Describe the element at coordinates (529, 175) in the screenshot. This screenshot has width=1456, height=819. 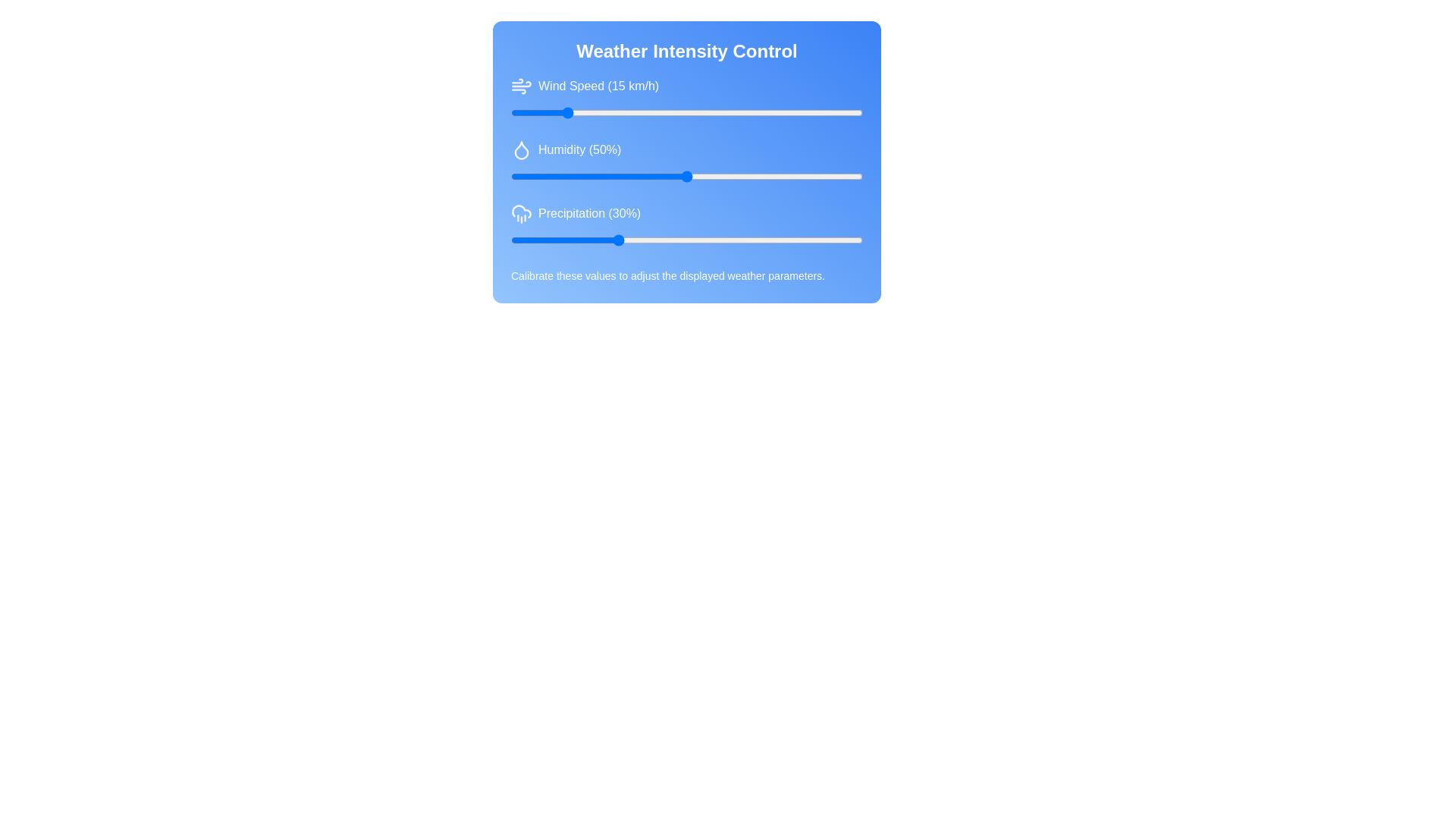
I see `the humidity` at that location.